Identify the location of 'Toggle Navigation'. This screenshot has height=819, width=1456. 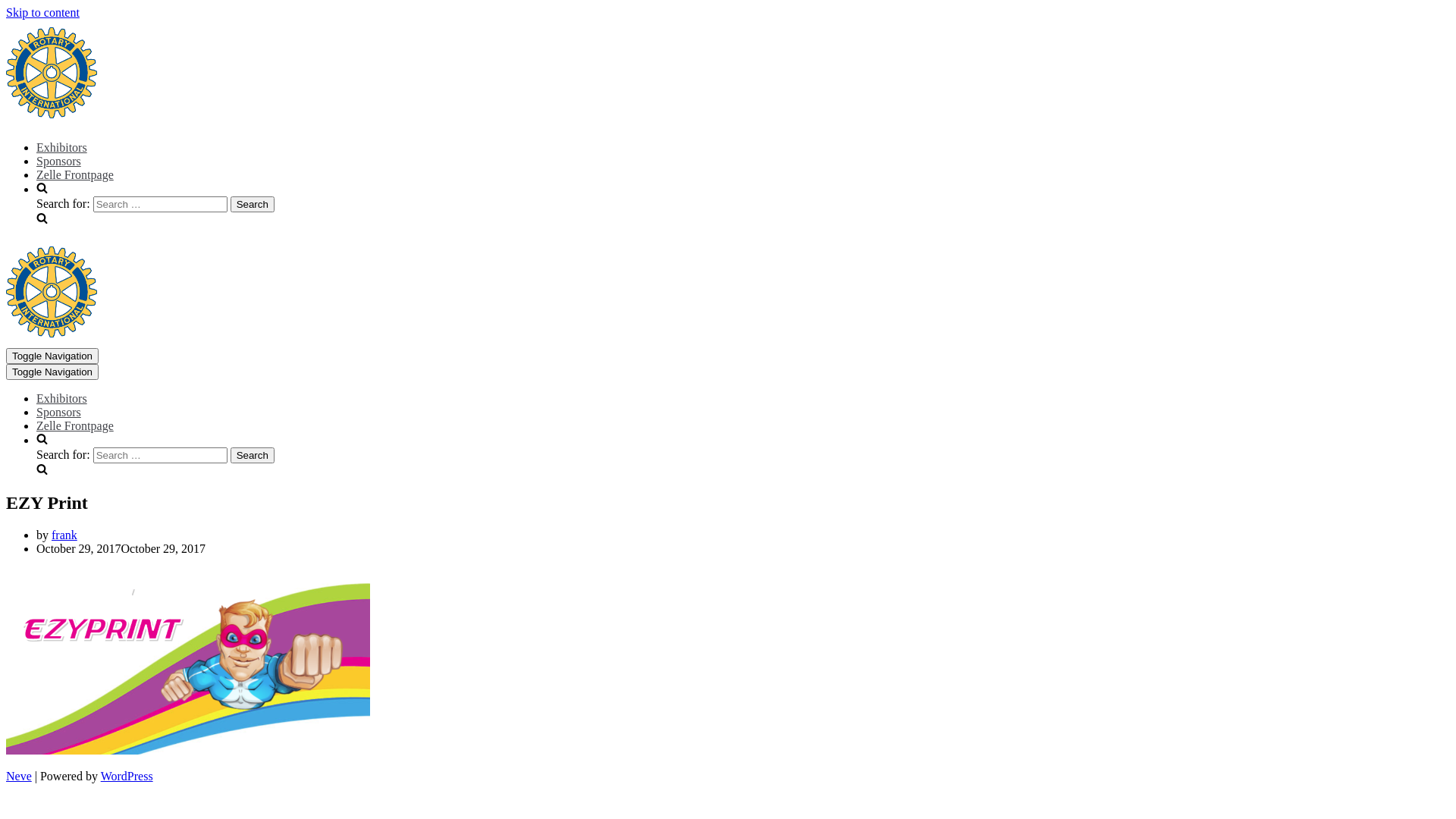
(52, 372).